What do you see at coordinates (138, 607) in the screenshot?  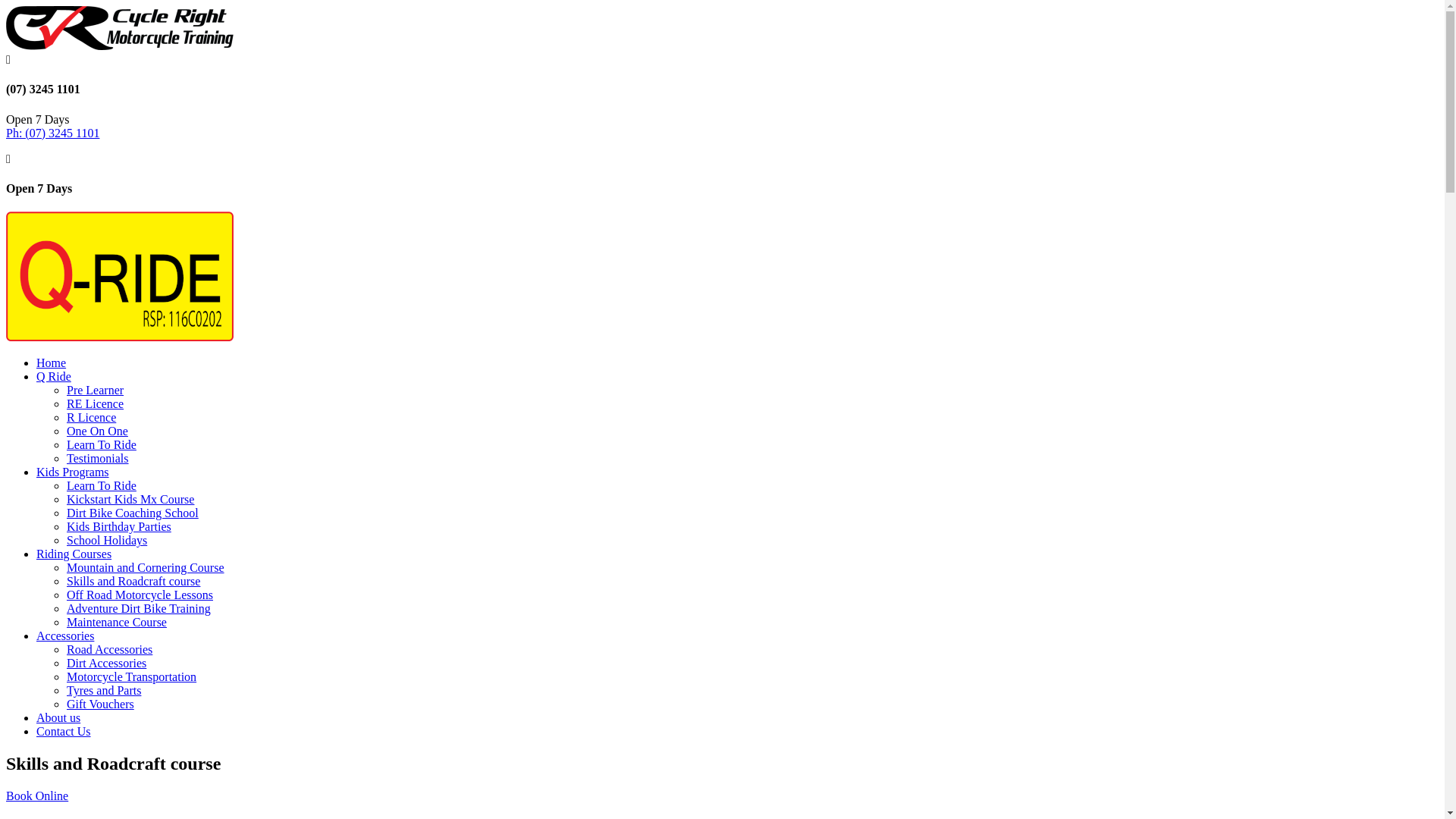 I see `'Adventure Dirt Bike Training'` at bounding box center [138, 607].